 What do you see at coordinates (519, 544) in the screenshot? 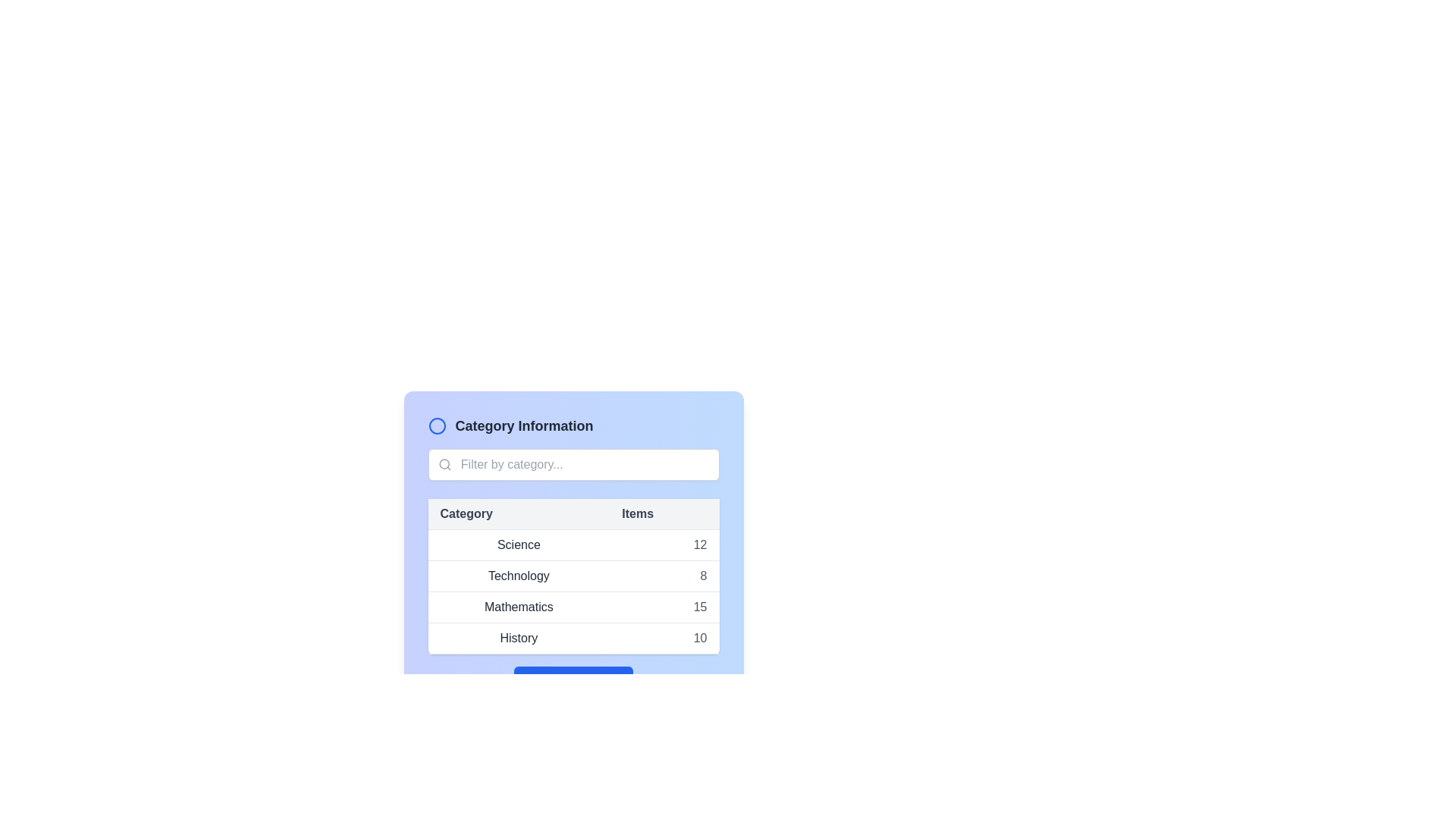
I see `the 'Science' category label in the table, which is located in the 'Category' column and positioned to the left of the numerical value (12)` at bounding box center [519, 544].